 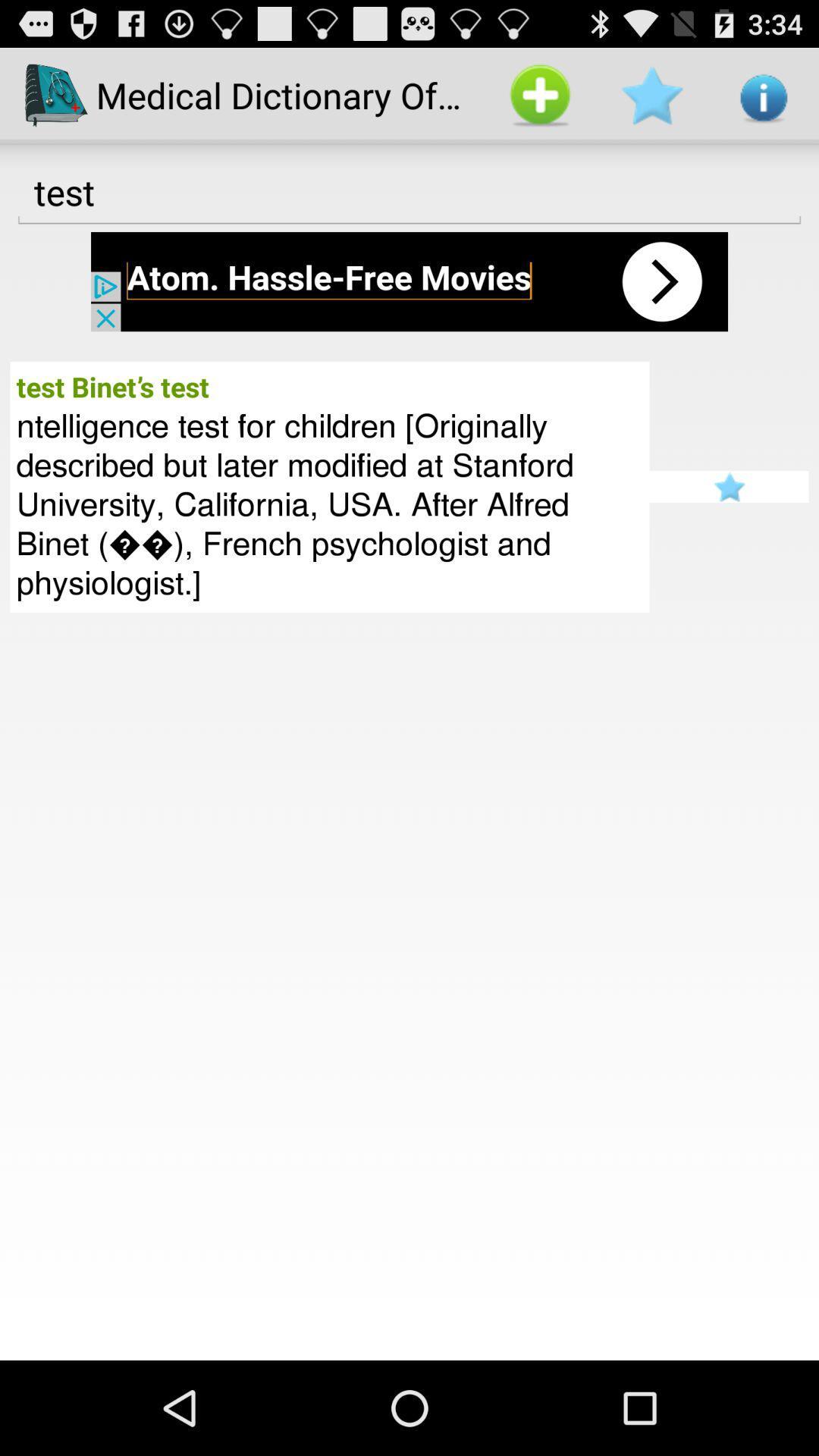 What do you see at coordinates (728, 487) in the screenshot?
I see `click star button` at bounding box center [728, 487].